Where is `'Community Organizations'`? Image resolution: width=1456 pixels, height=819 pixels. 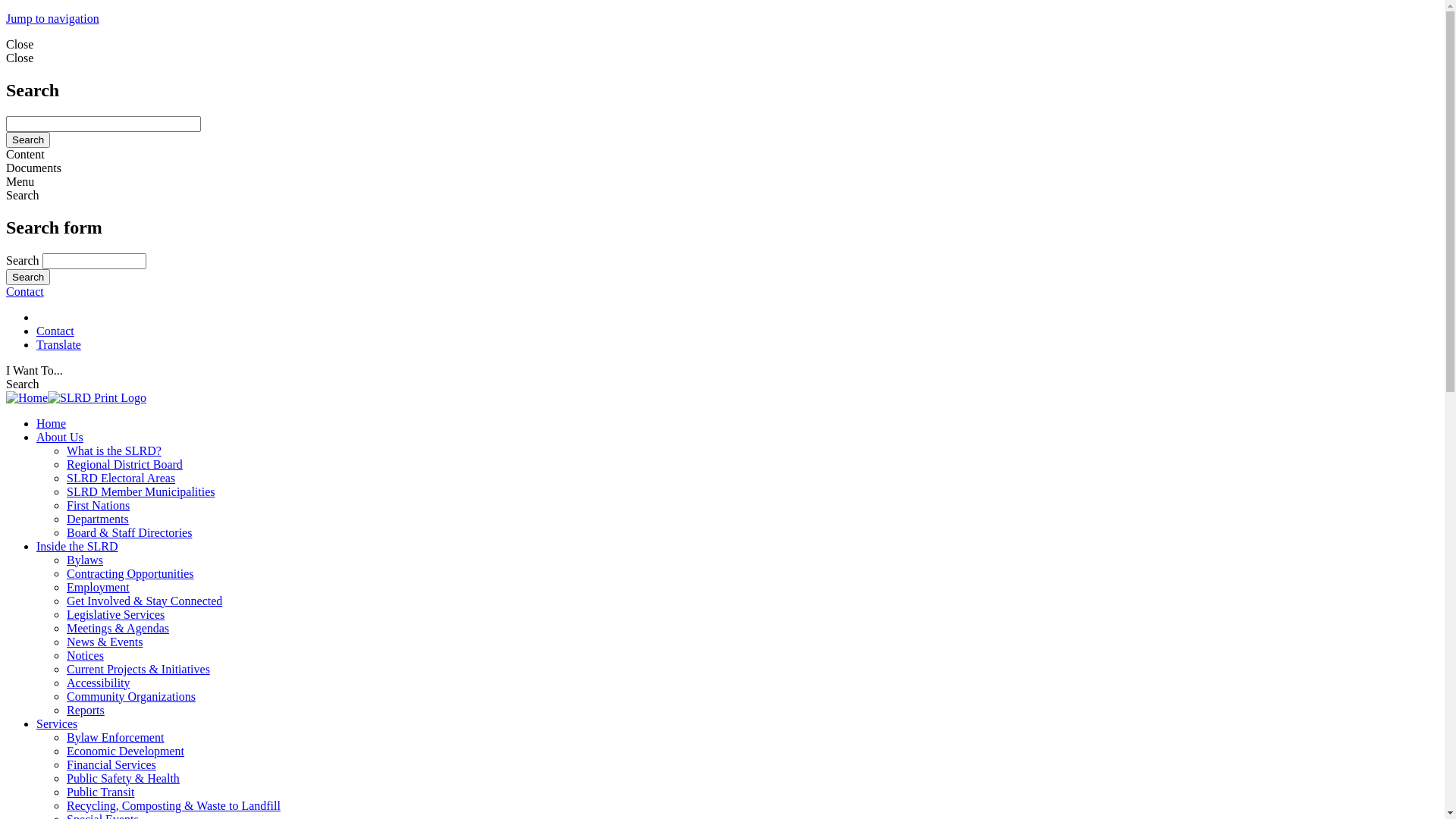
'Community Organizations' is located at coordinates (130, 696).